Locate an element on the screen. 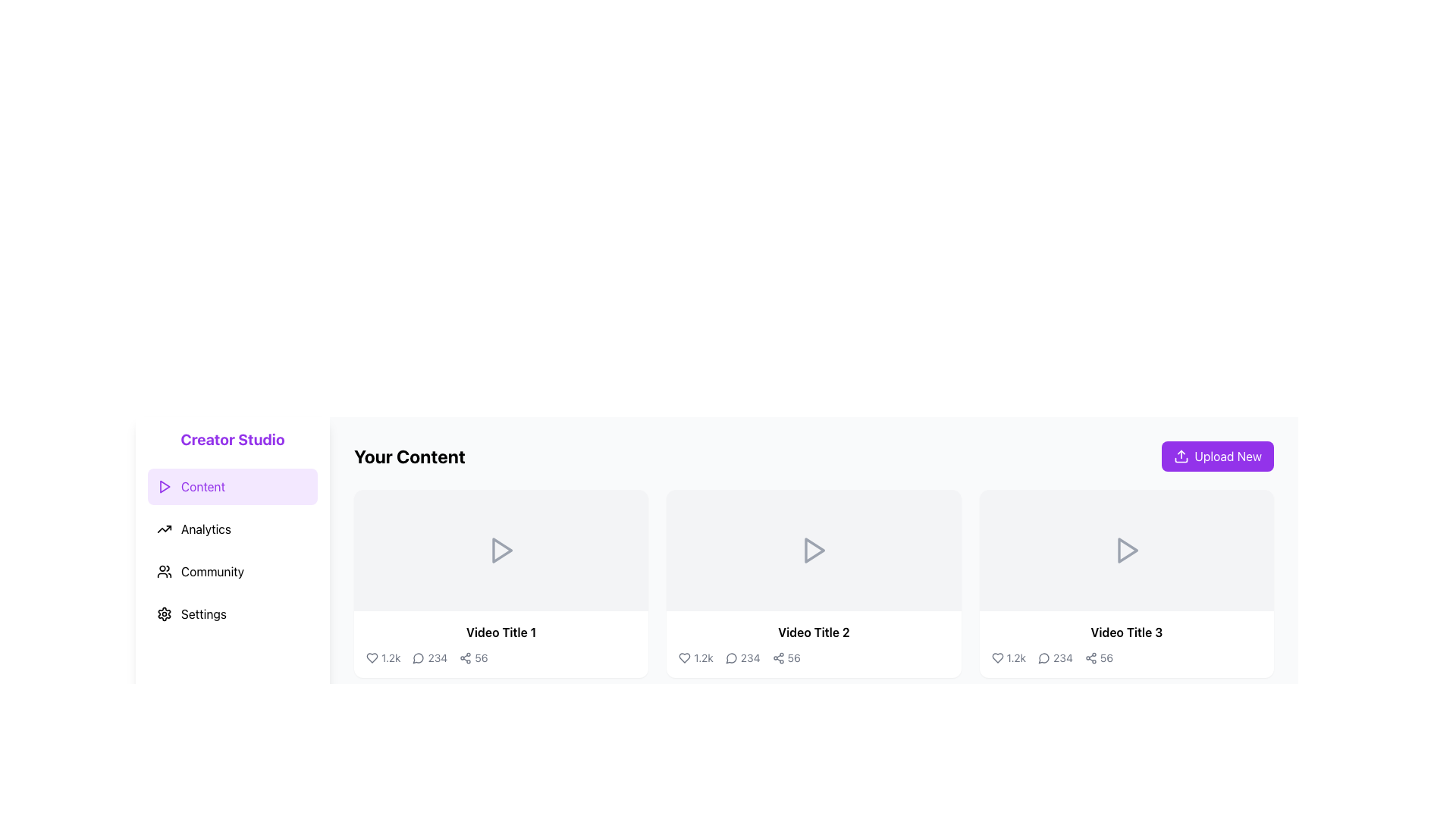  the comments icon located in the bottom-left of the first video's details section, positioned between a heart icon and the text displaying '234', to interact with the comments is located at coordinates (419, 657).